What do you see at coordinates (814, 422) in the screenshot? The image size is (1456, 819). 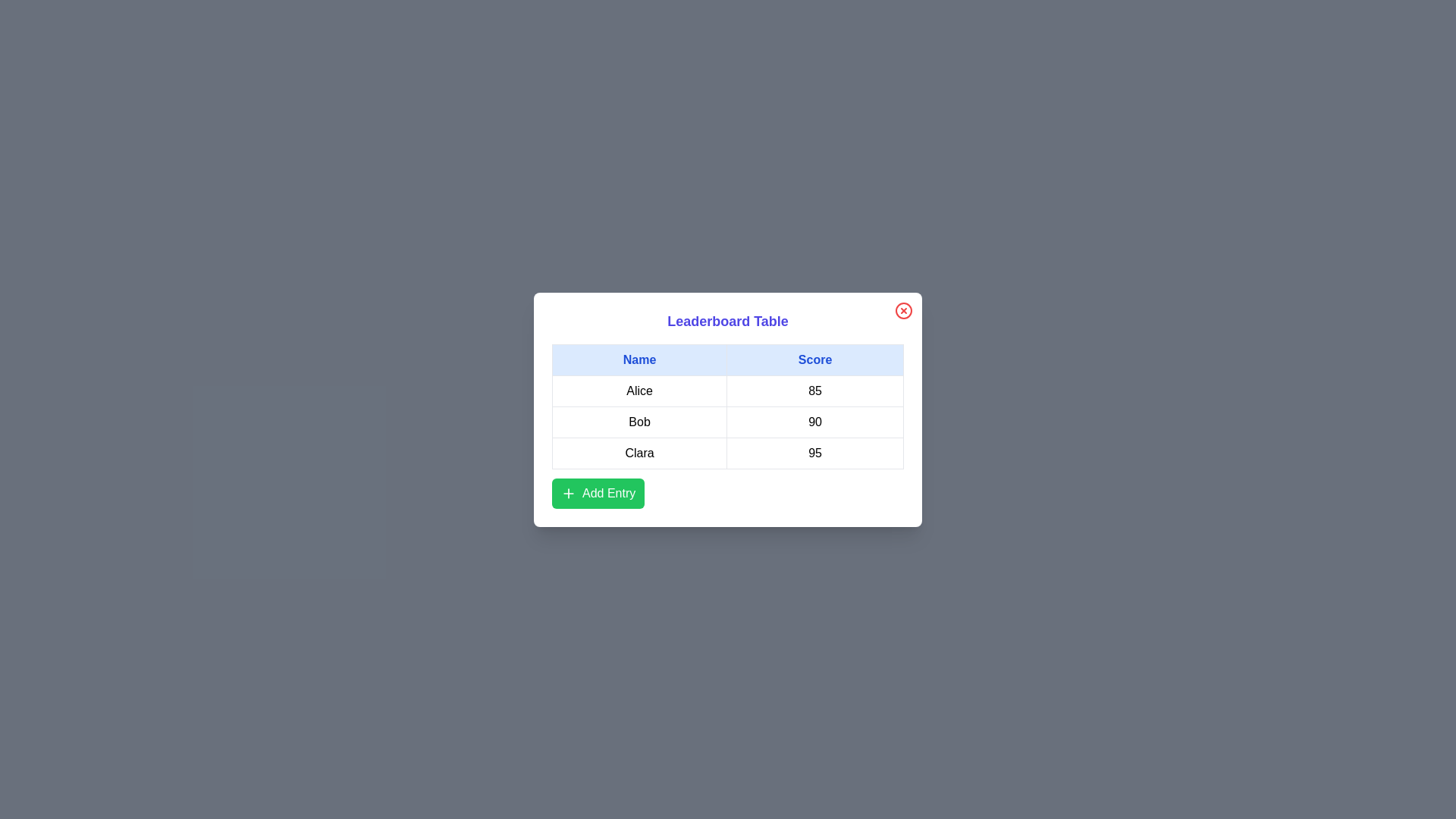 I see `the text in the cell containing 90` at bounding box center [814, 422].